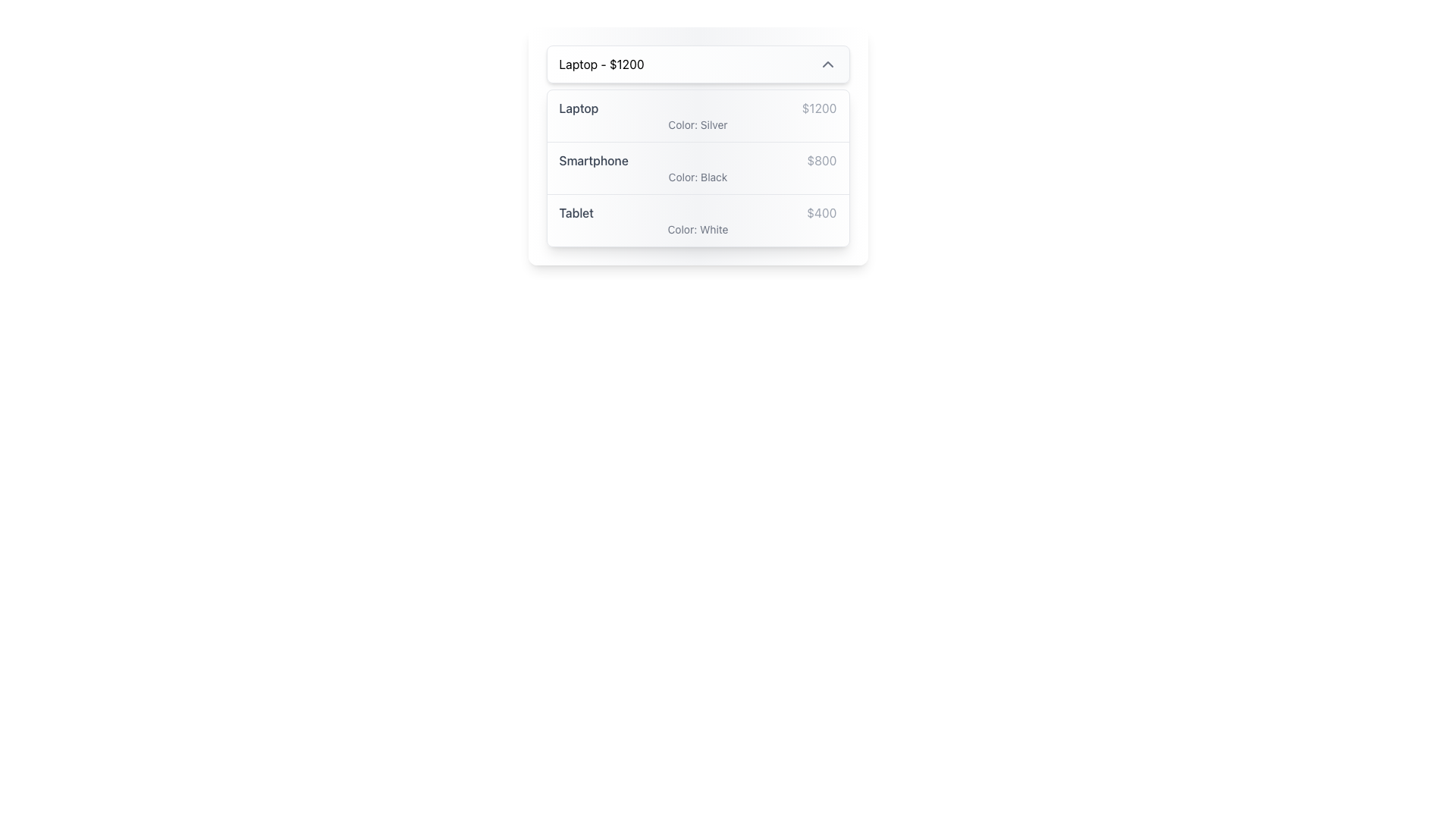  Describe the element at coordinates (576, 213) in the screenshot. I see `the text label element reading 'Tablet', which is styled with a medium-weight font and gray color, located in the third entry of a vertical list next to the price '$400'` at that location.